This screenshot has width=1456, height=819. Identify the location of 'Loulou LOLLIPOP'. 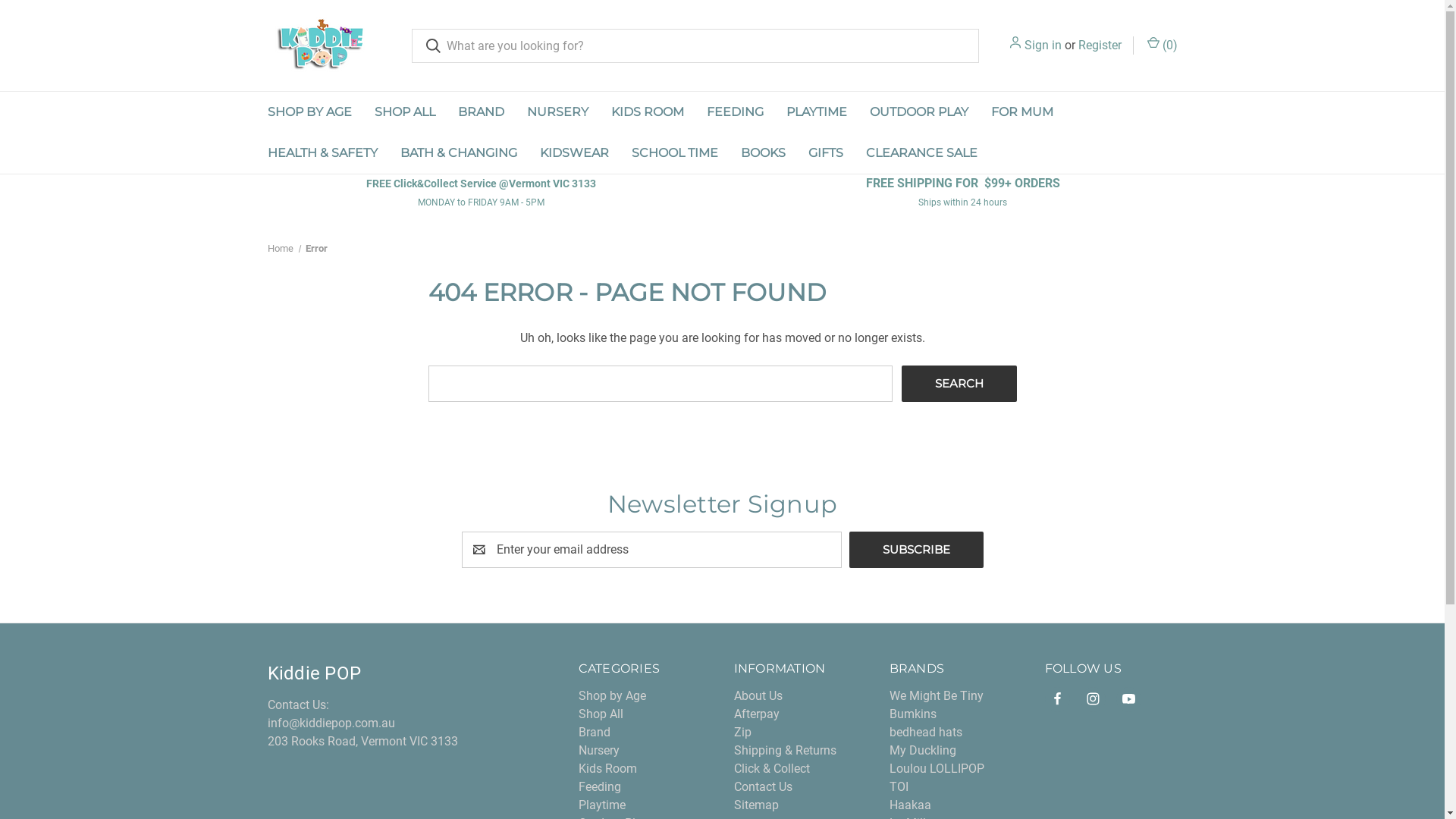
(936, 768).